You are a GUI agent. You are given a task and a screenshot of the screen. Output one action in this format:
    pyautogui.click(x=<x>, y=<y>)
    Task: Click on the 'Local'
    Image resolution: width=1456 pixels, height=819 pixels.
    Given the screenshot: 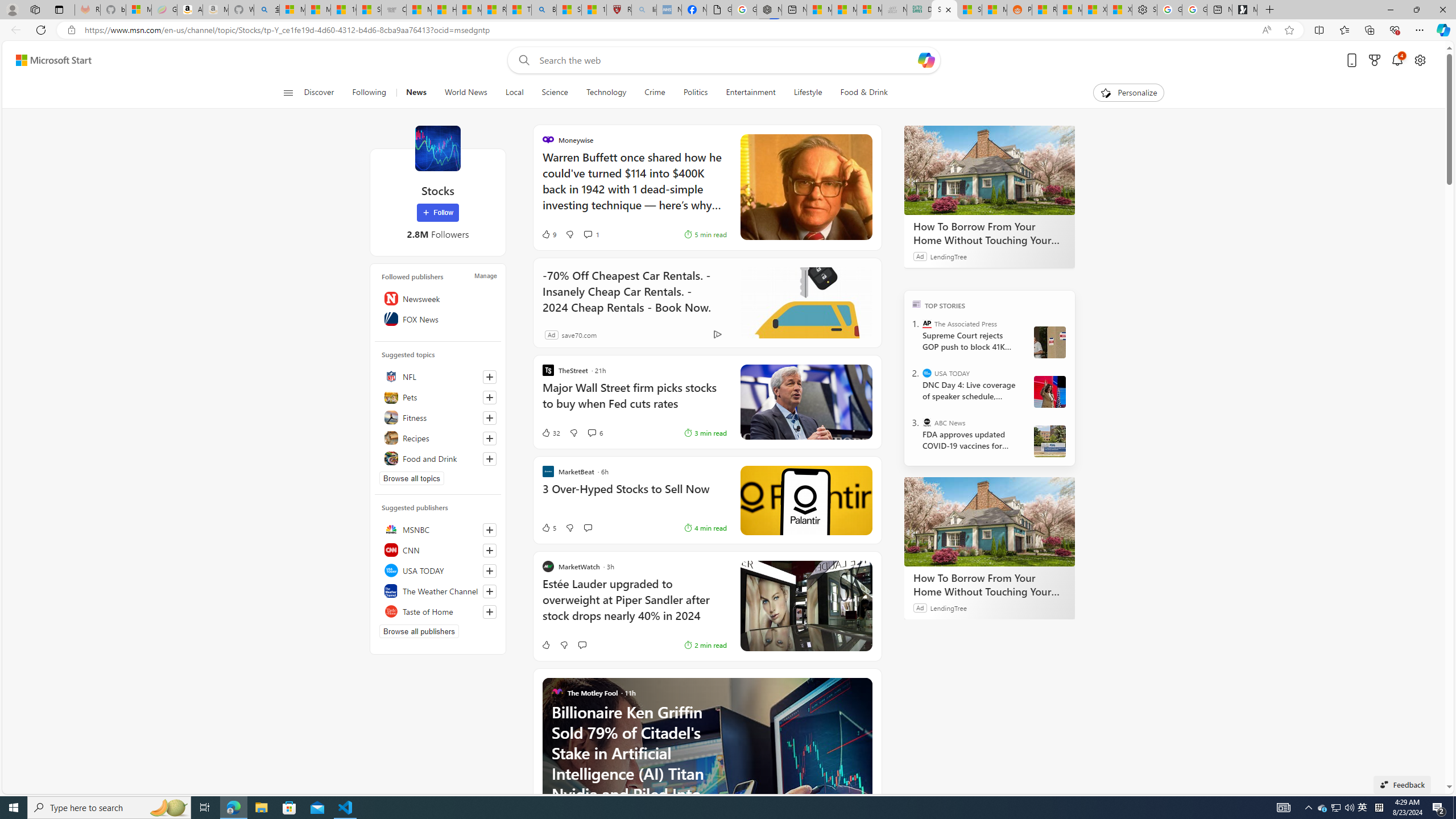 What is the action you would take?
    pyautogui.click(x=514, y=92)
    